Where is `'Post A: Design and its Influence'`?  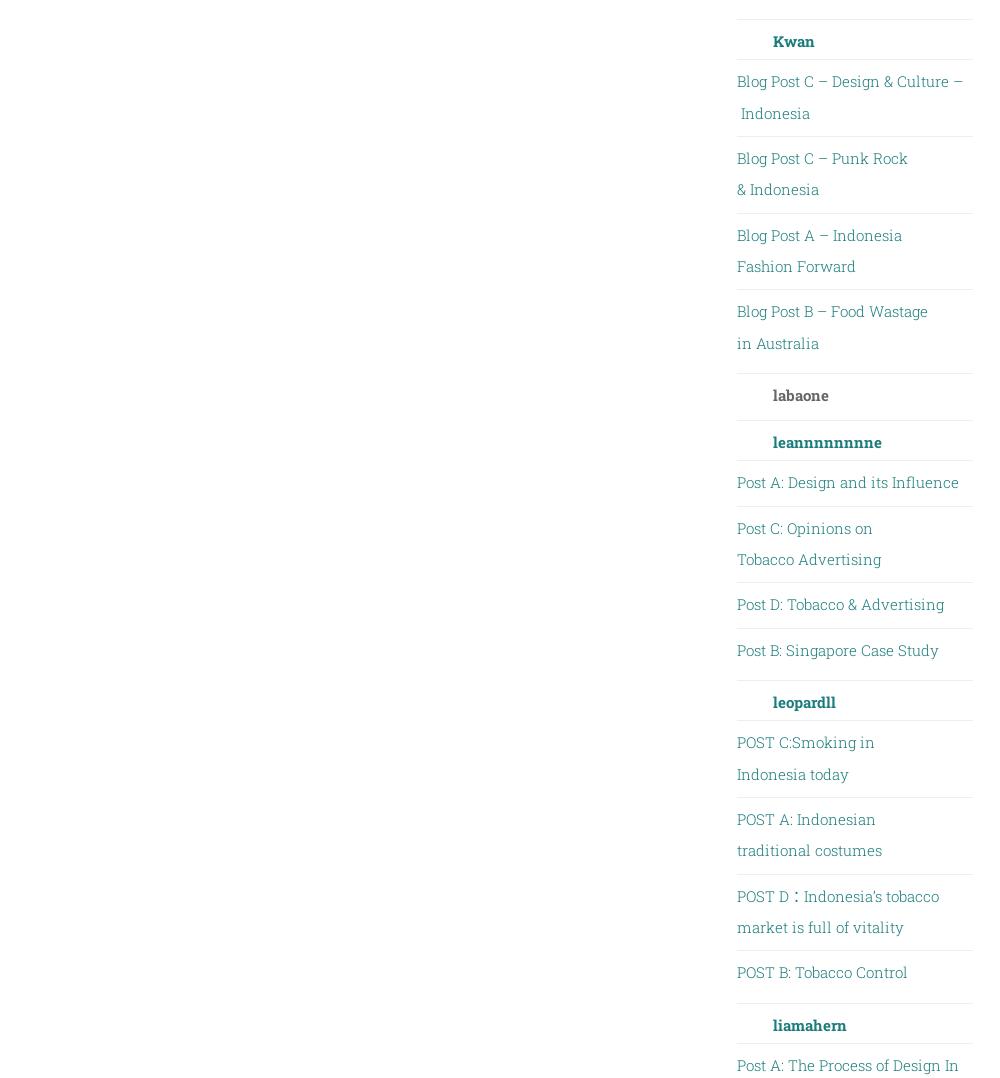 'Post A: Design and its Influence' is located at coordinates (846, 480).